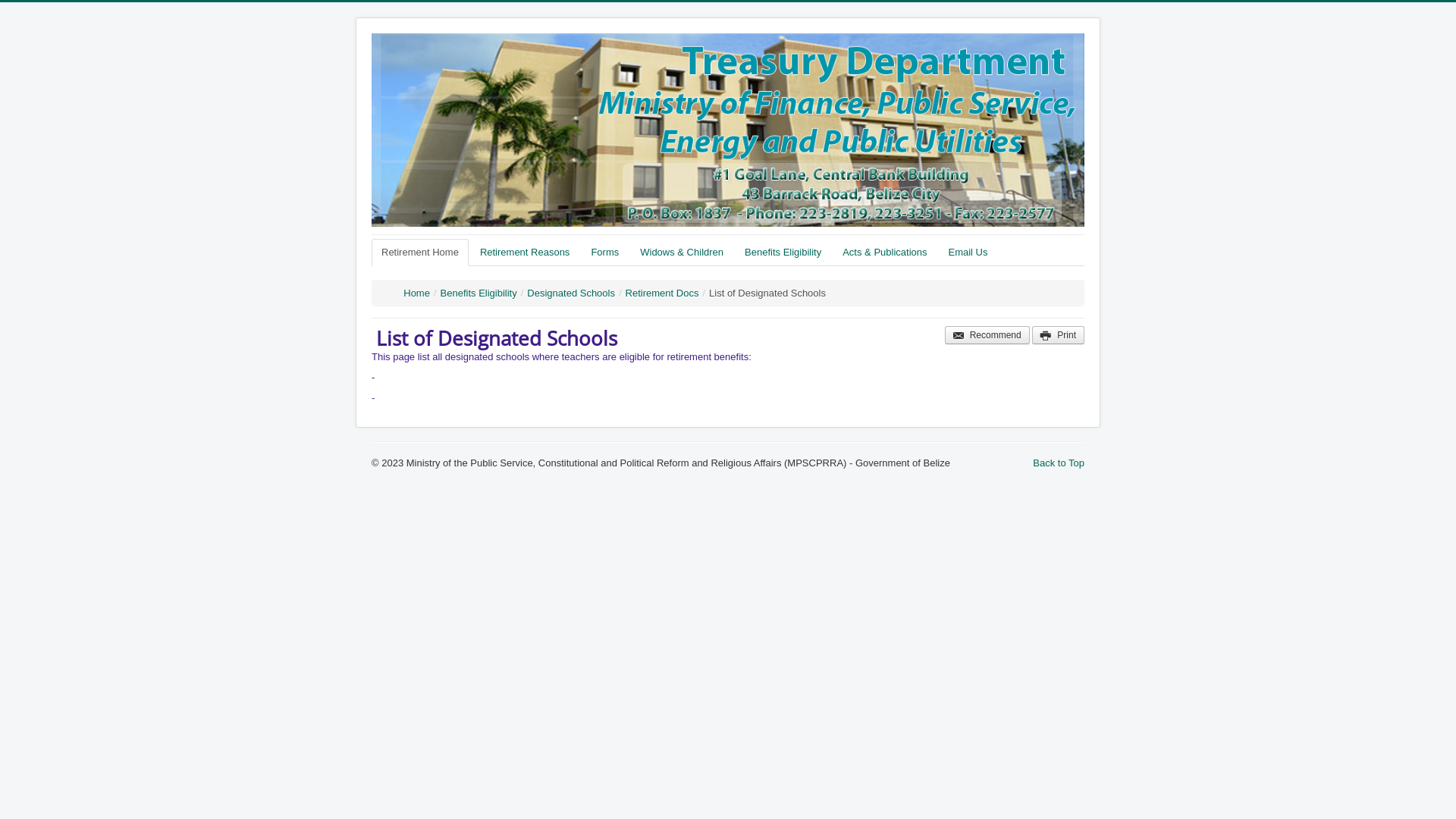  I want to click on 'Print', so click(1057, 334).